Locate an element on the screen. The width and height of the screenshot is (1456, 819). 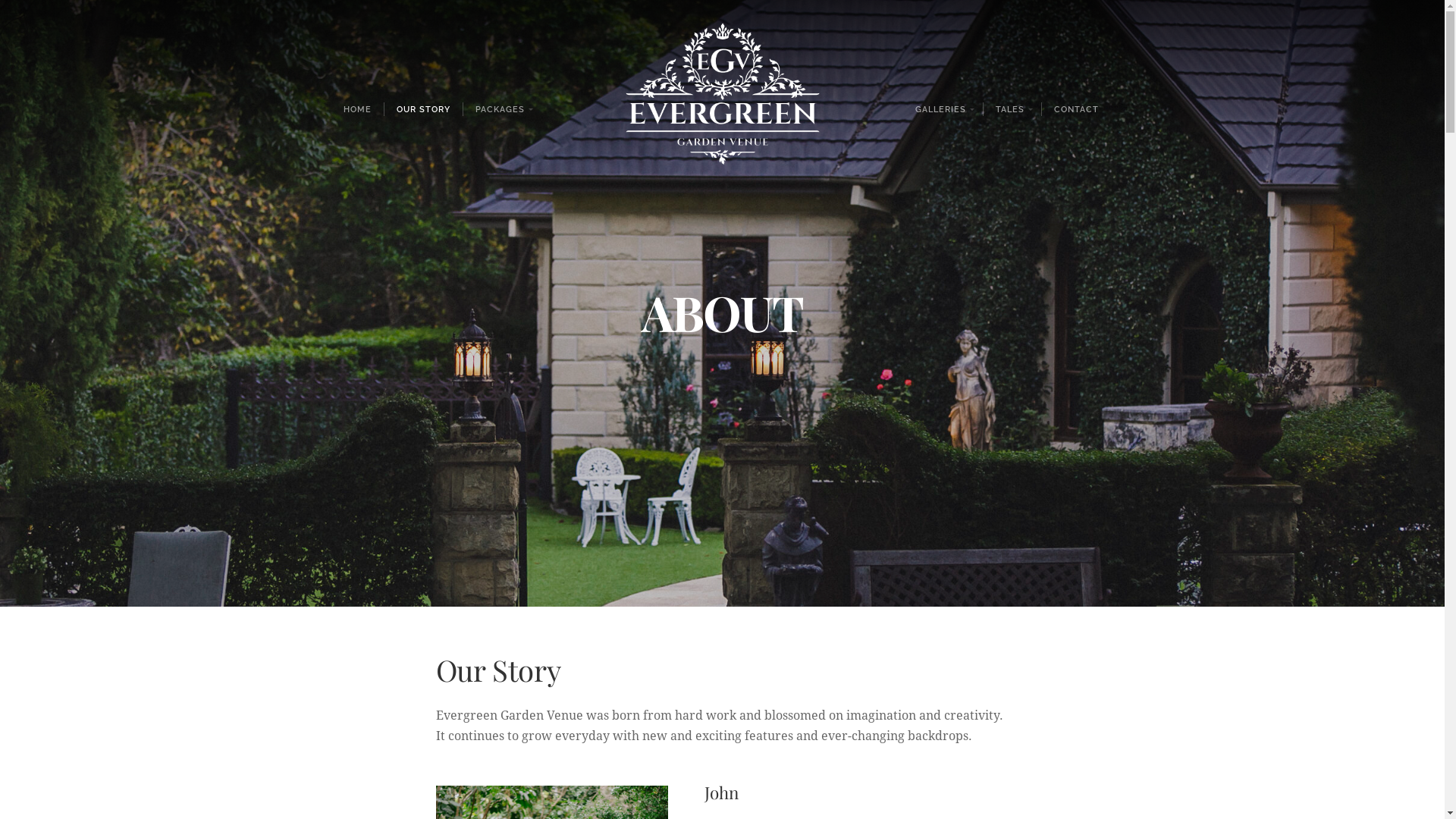
'PACKAGES' is located at coordinates (502, 108).